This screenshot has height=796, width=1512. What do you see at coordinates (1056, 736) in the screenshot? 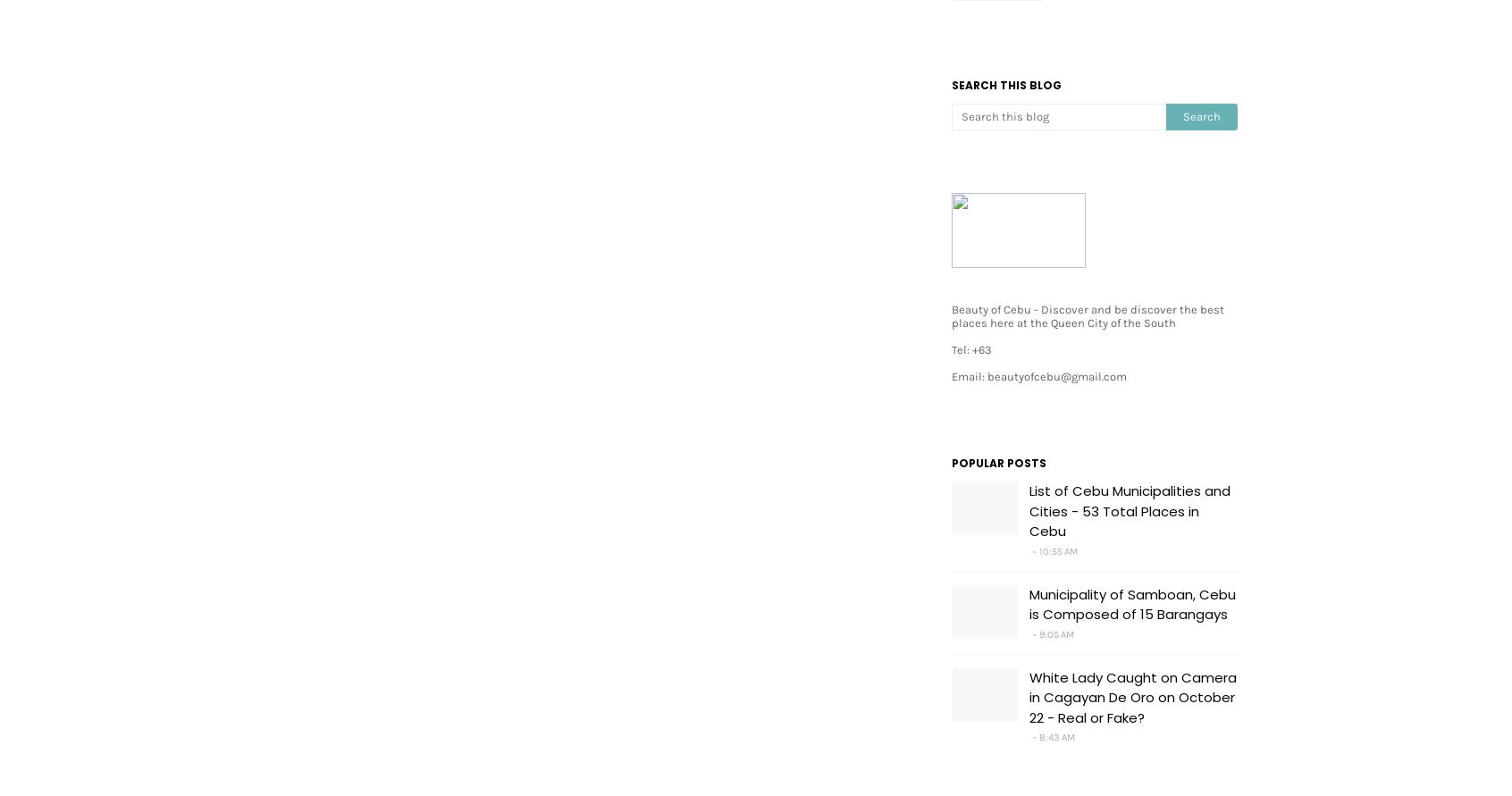
I see `'8:43 AM'` at bounding box center [1056, 736].